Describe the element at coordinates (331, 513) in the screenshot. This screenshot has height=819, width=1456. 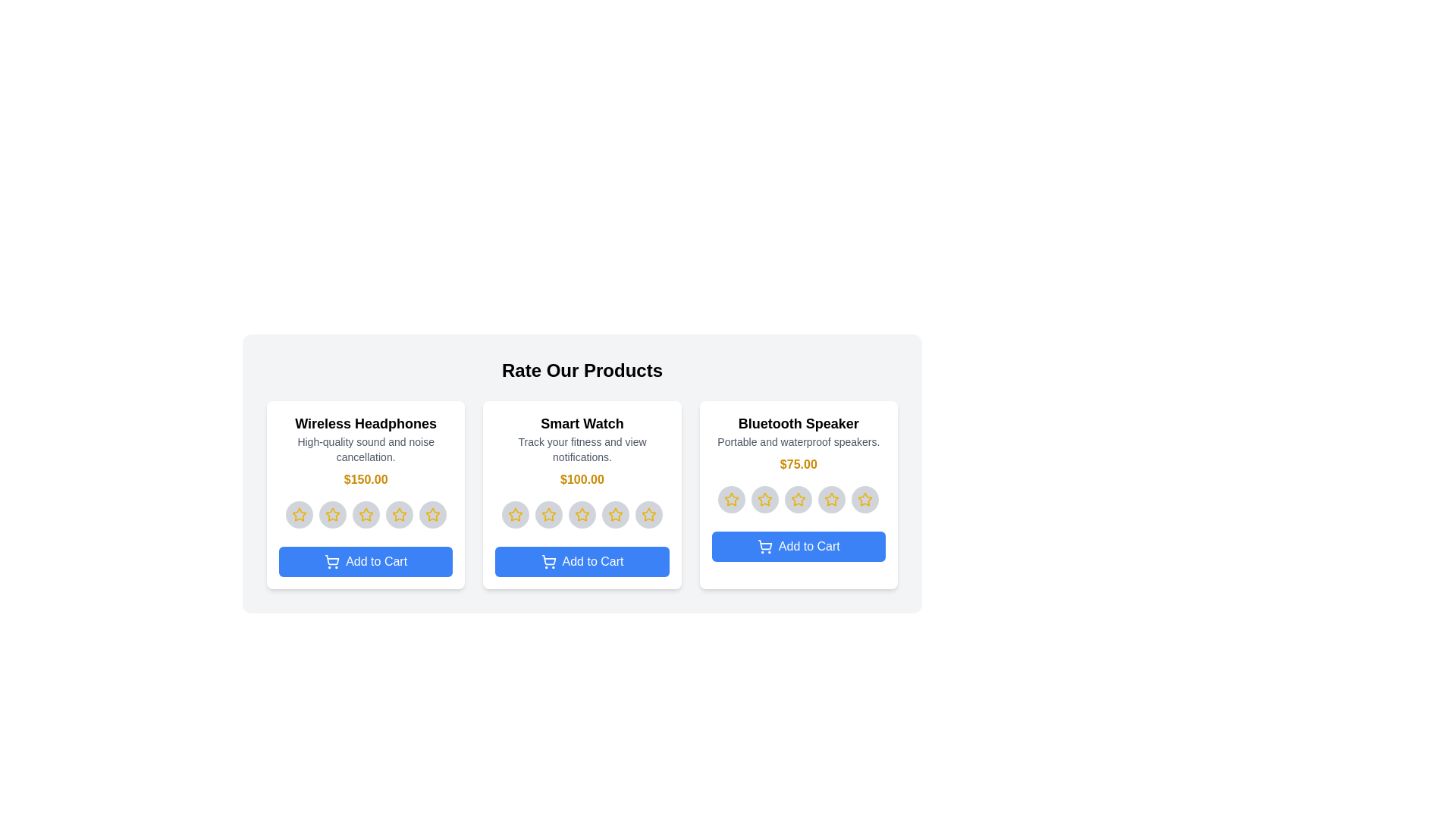
I see `the star corresponding to 2 for the product 'Wireless Headphones'` at that location.